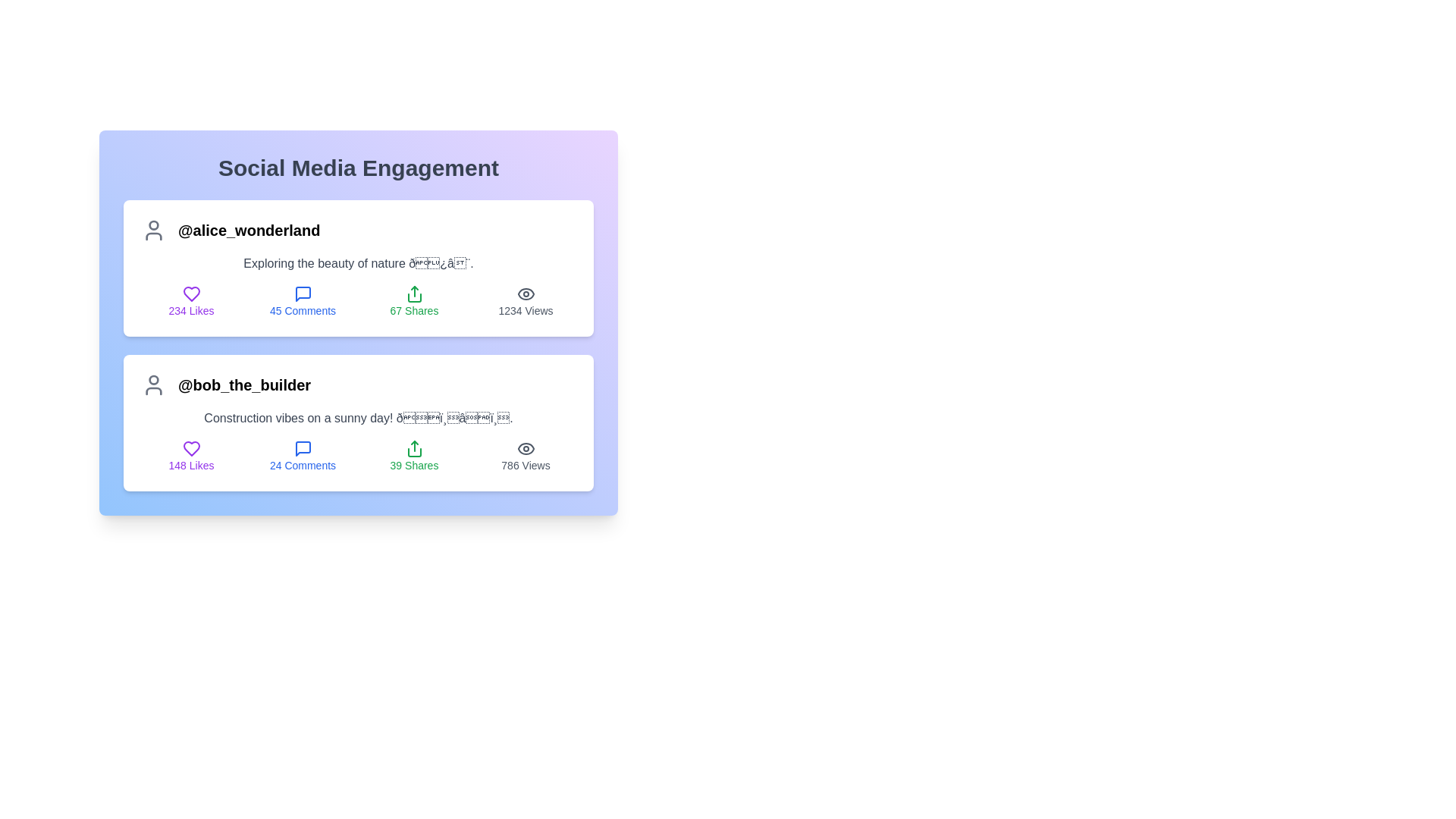  I want to click on the heart icon with a purple outline representing the 'like' functionality next to the likes count for the user '@alice_wonderland', so click(190, 294).